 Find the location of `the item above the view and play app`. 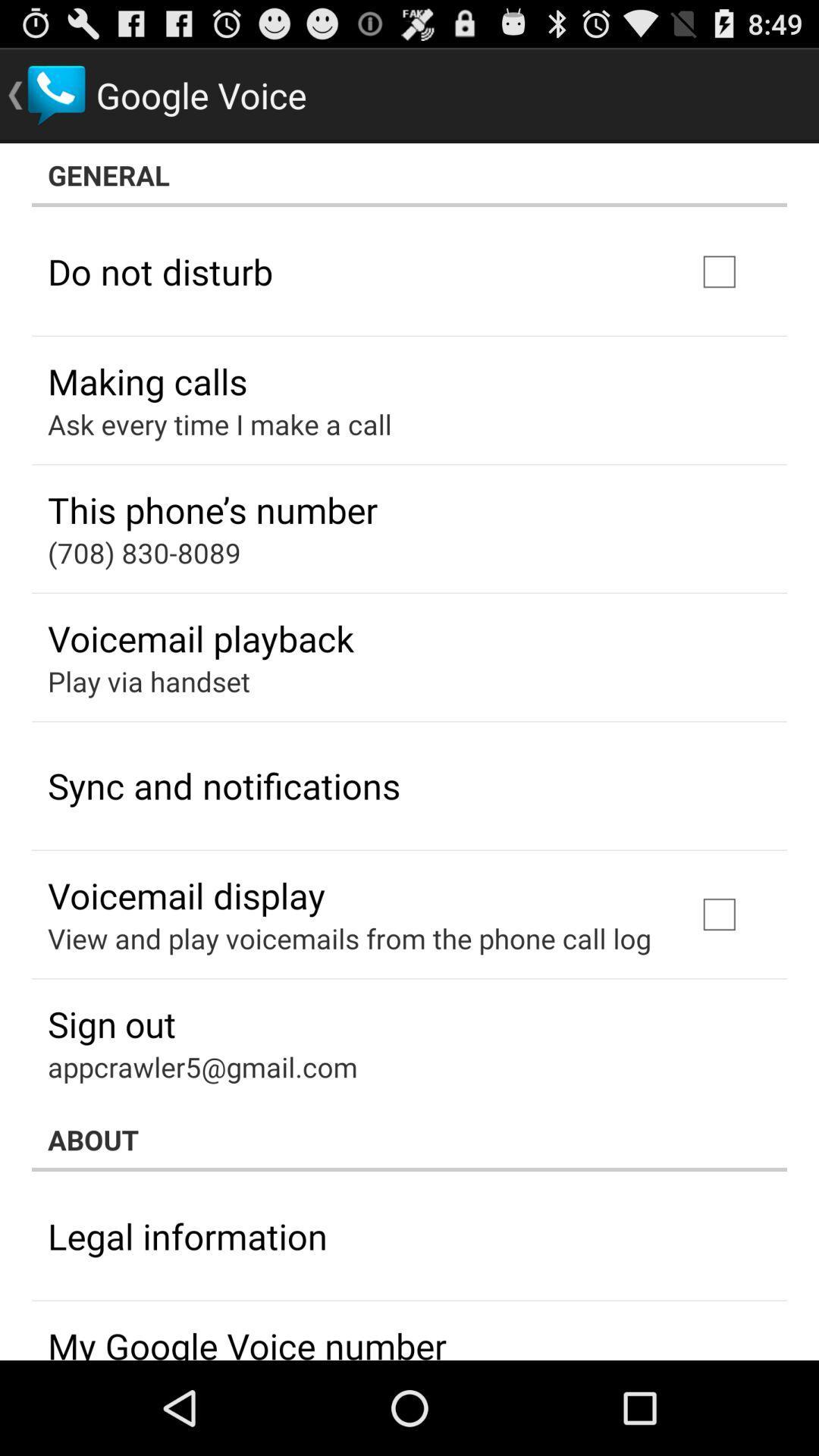

the item above the view and play app is located at coordinates (186, 895).